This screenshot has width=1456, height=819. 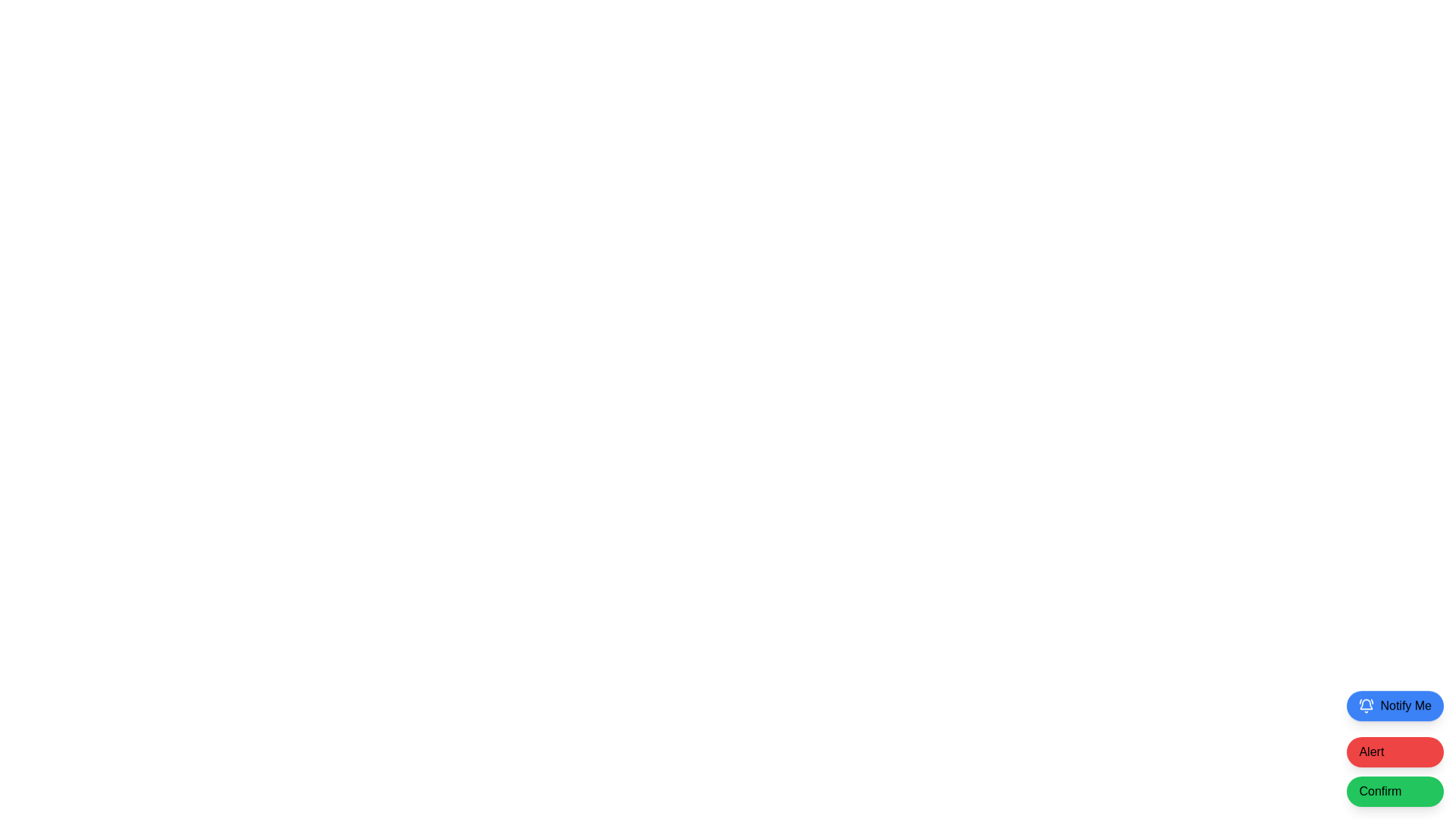 What do you see at coordinates (1395, 752) in the screenshot?
I see `the red 'Alert' button with rounded corners, positioned between 'Notify Me' and 'Confirm' buttons, to observe the hover effect` at bounding box center [1395, 752].